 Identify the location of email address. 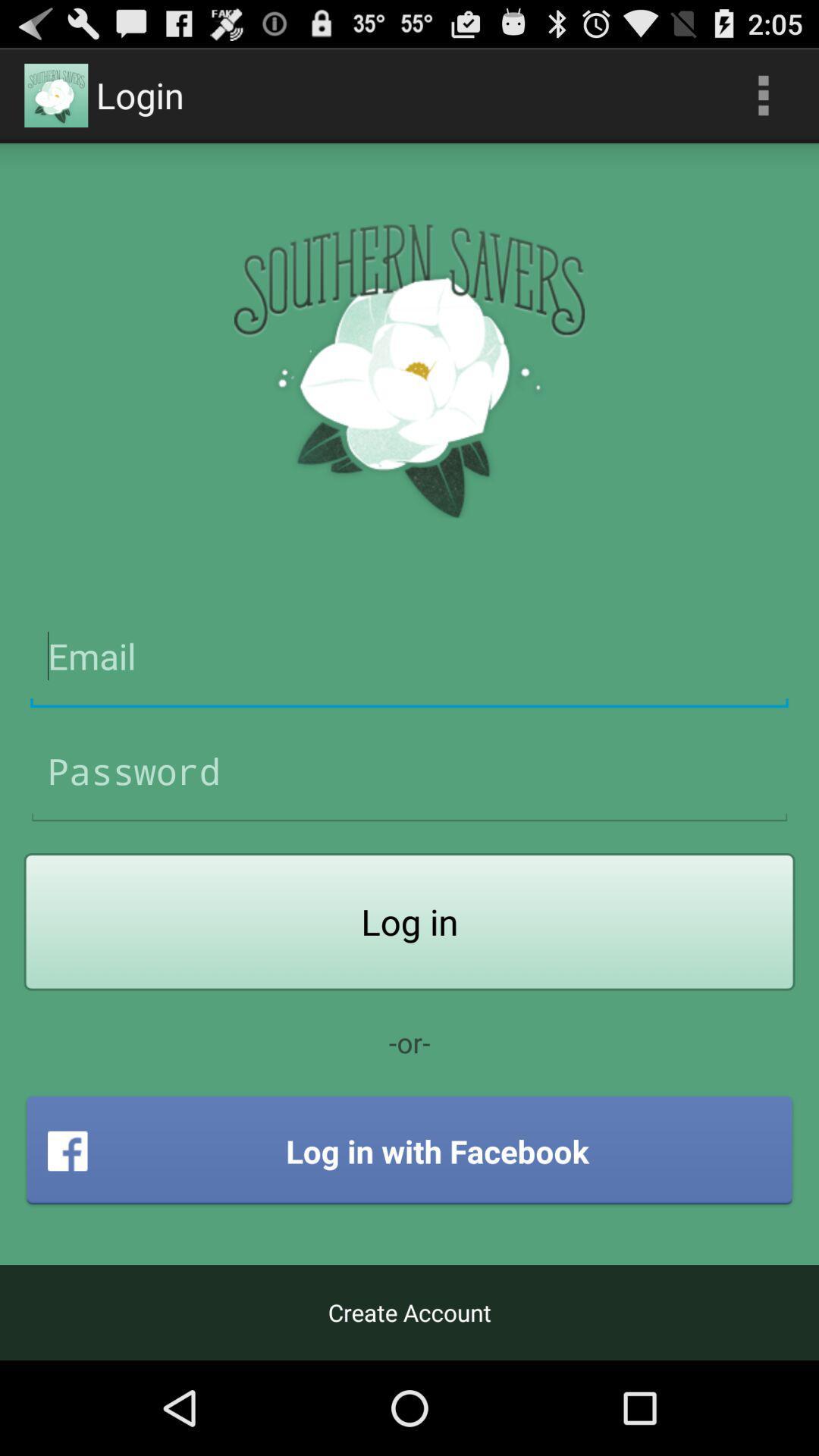
(409, 657).